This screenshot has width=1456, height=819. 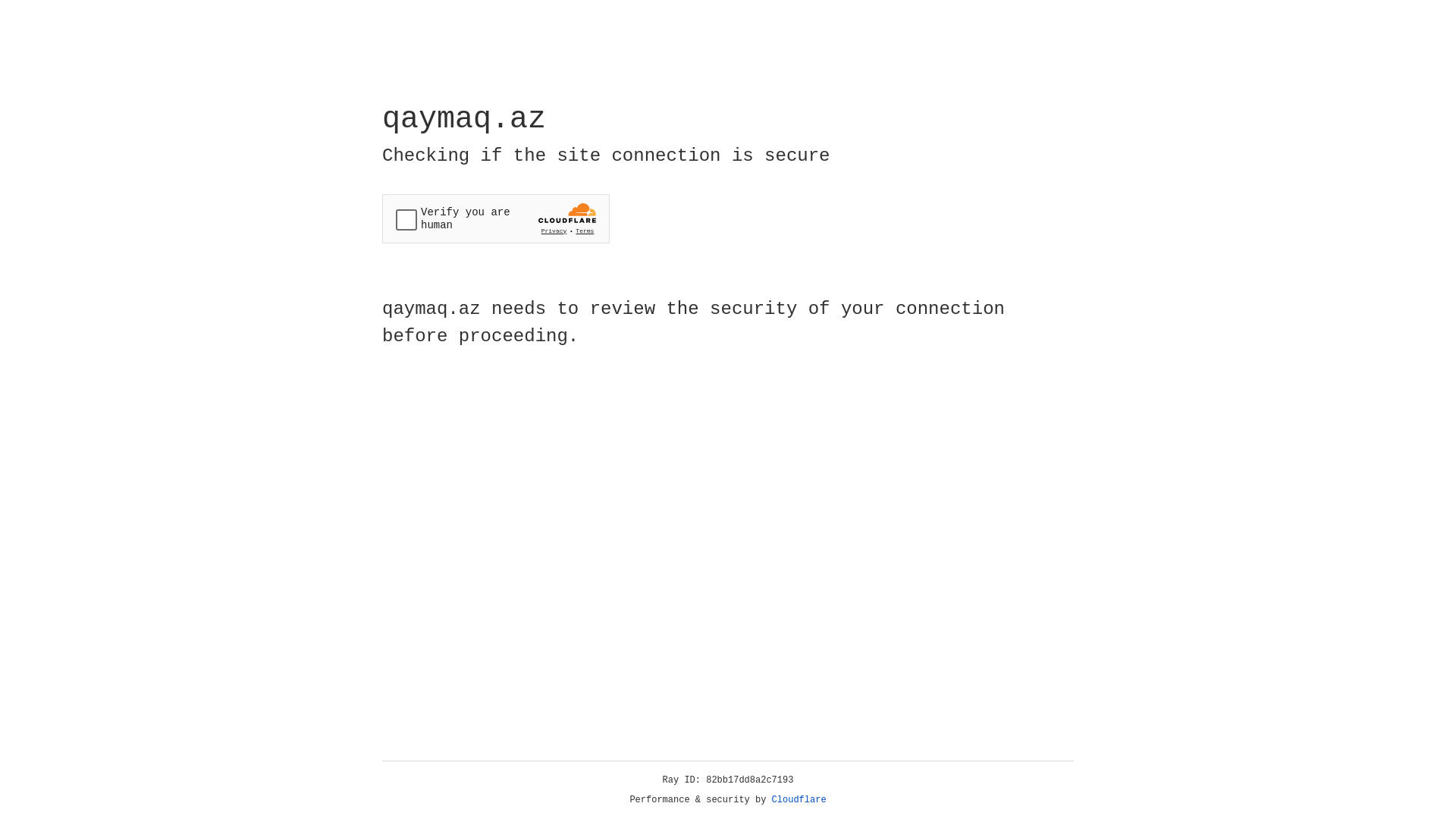 I want to click on 'Widget containing a Cloudflare security challenge', so click(x=495, y=218).